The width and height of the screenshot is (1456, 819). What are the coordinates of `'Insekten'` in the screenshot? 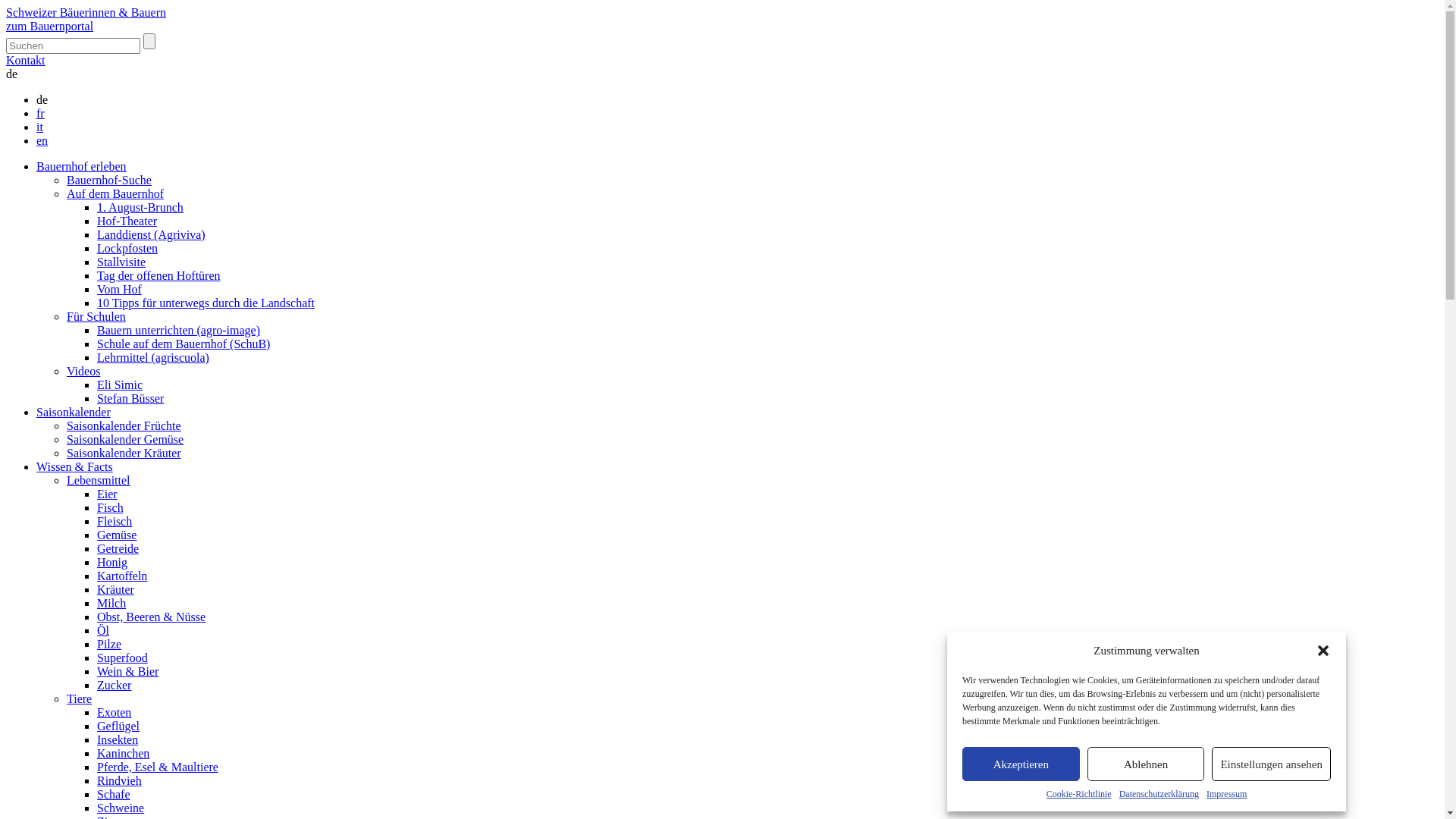 It's located at (116, 739).